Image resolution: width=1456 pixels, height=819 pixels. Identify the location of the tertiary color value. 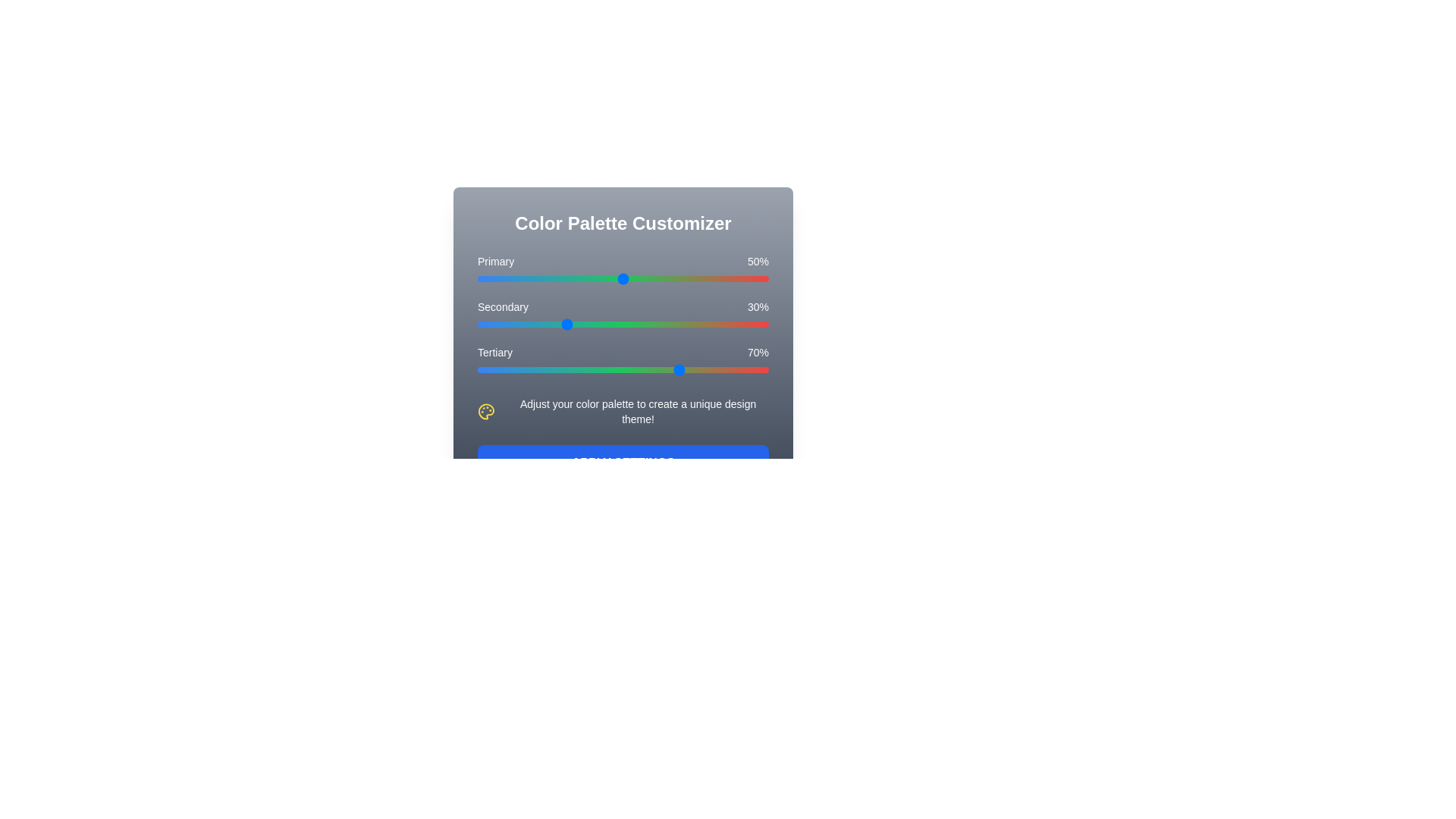
(736, 370).